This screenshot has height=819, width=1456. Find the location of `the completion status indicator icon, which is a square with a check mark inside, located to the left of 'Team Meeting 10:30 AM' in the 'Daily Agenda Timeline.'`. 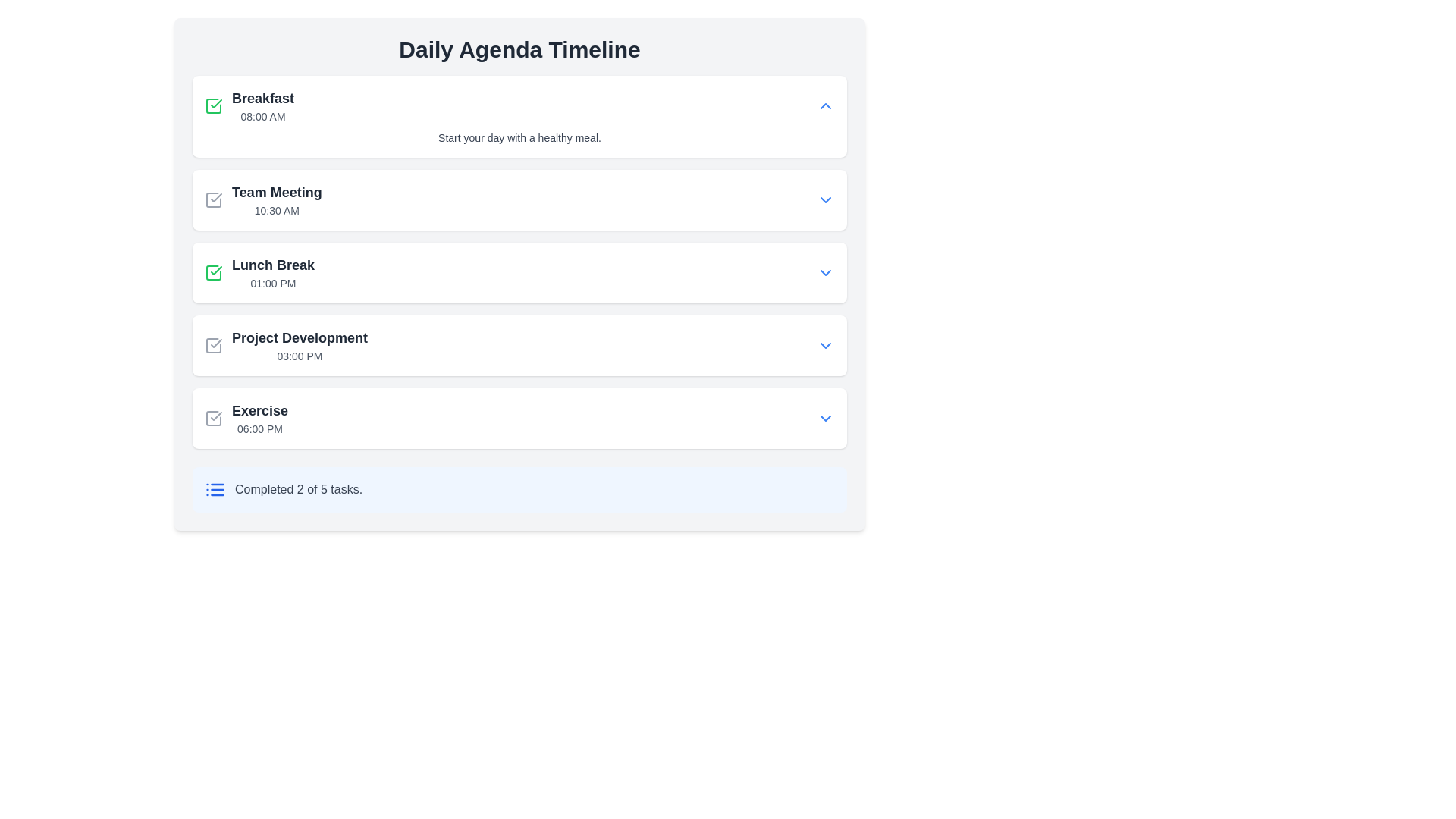

the completion status indicator icon, which is a square with a check mark inside, located to the left of 'Team Meeting 10:30 AM' in the 'Daily Agenda Timeline.' is located at coordinates (213, 199).